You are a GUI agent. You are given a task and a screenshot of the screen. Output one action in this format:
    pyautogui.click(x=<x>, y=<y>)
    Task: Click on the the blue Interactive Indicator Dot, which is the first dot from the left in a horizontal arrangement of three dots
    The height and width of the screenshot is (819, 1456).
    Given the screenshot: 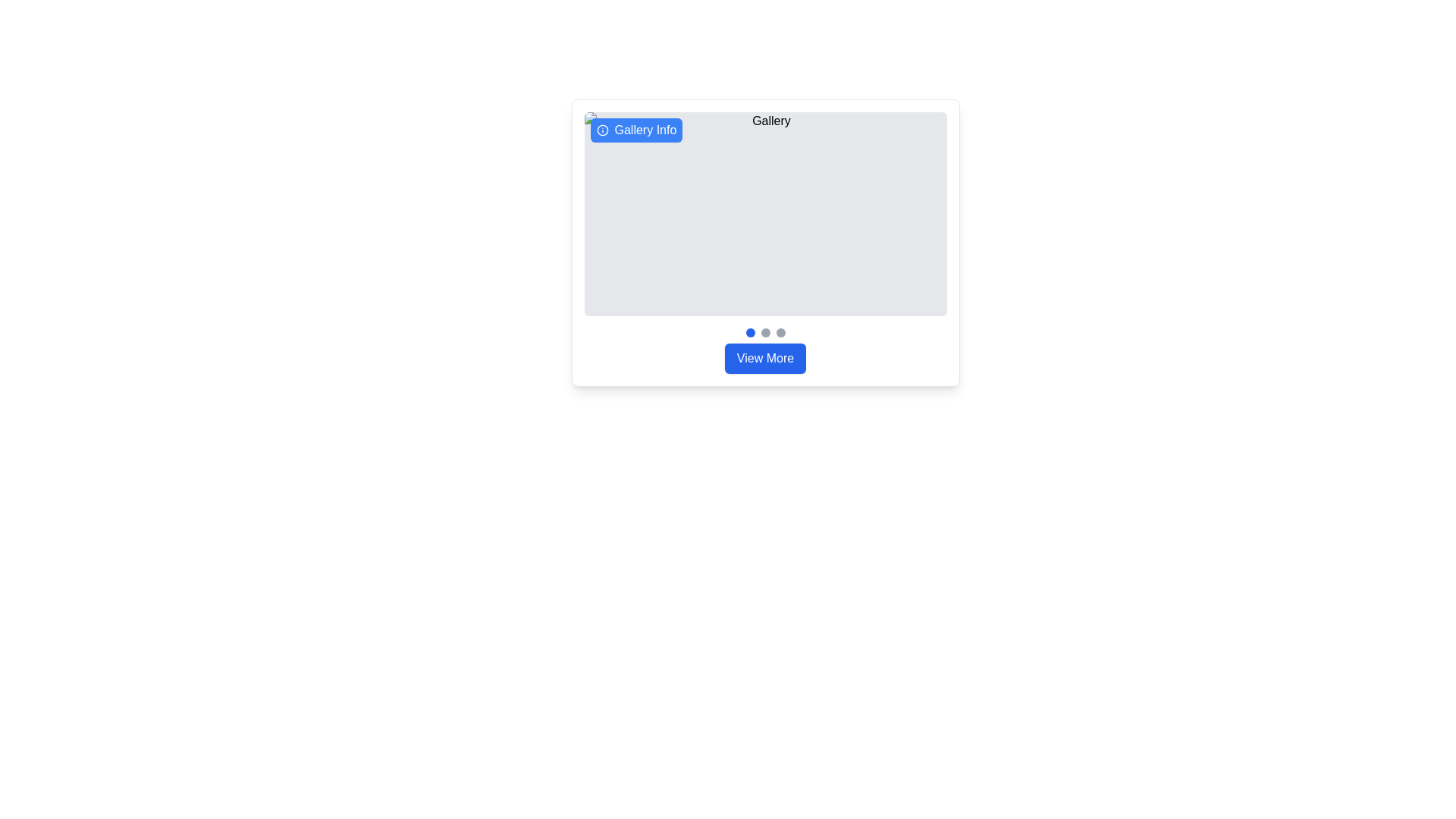 What is the action you would take?
    pyautogui.click(x=750, y=331)
    